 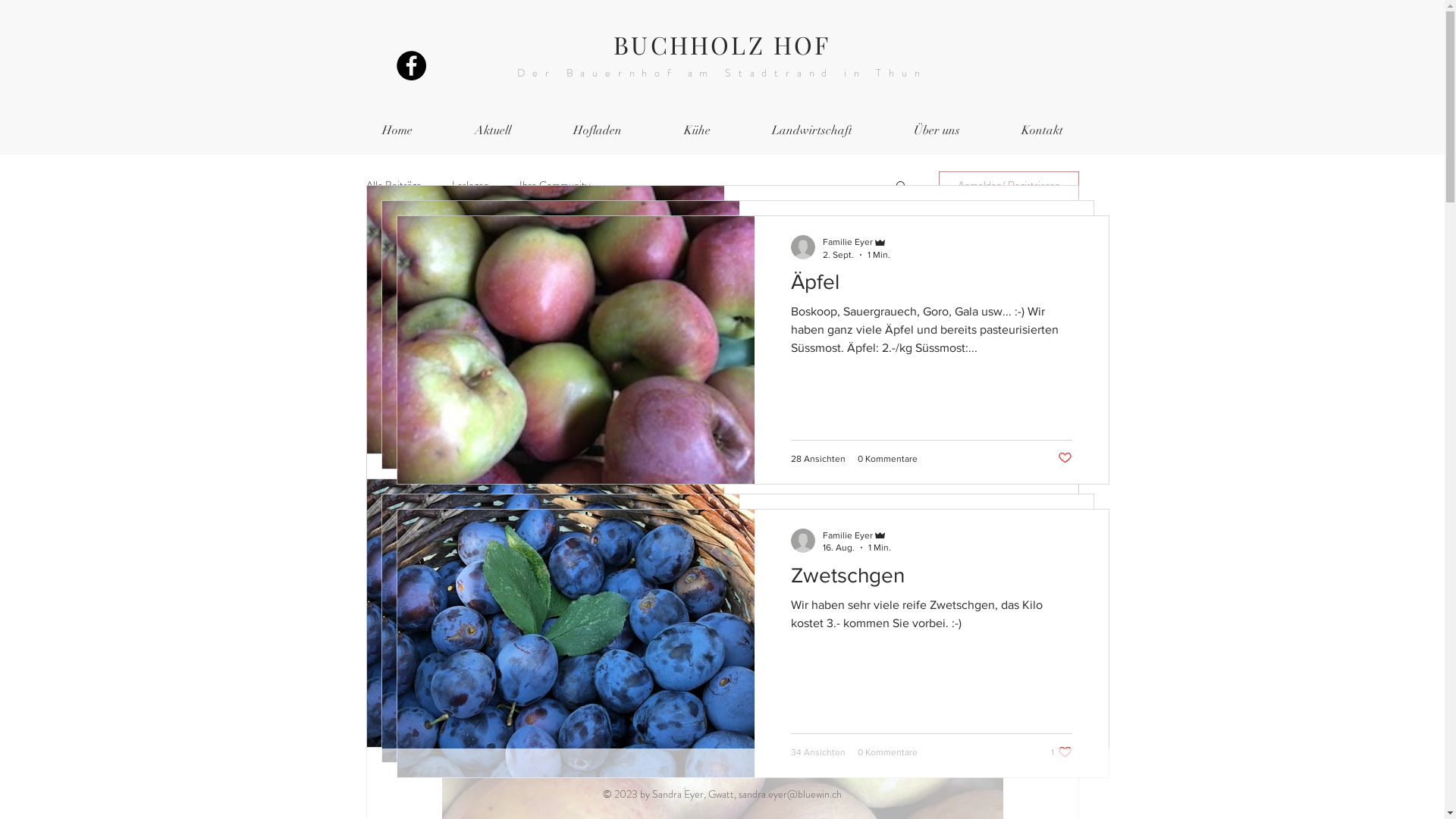 What do you see at coordinates (720, 43) in the screenshot?
I see `'BUCHHOLZ HOF'` at bounding box center [720, 43].